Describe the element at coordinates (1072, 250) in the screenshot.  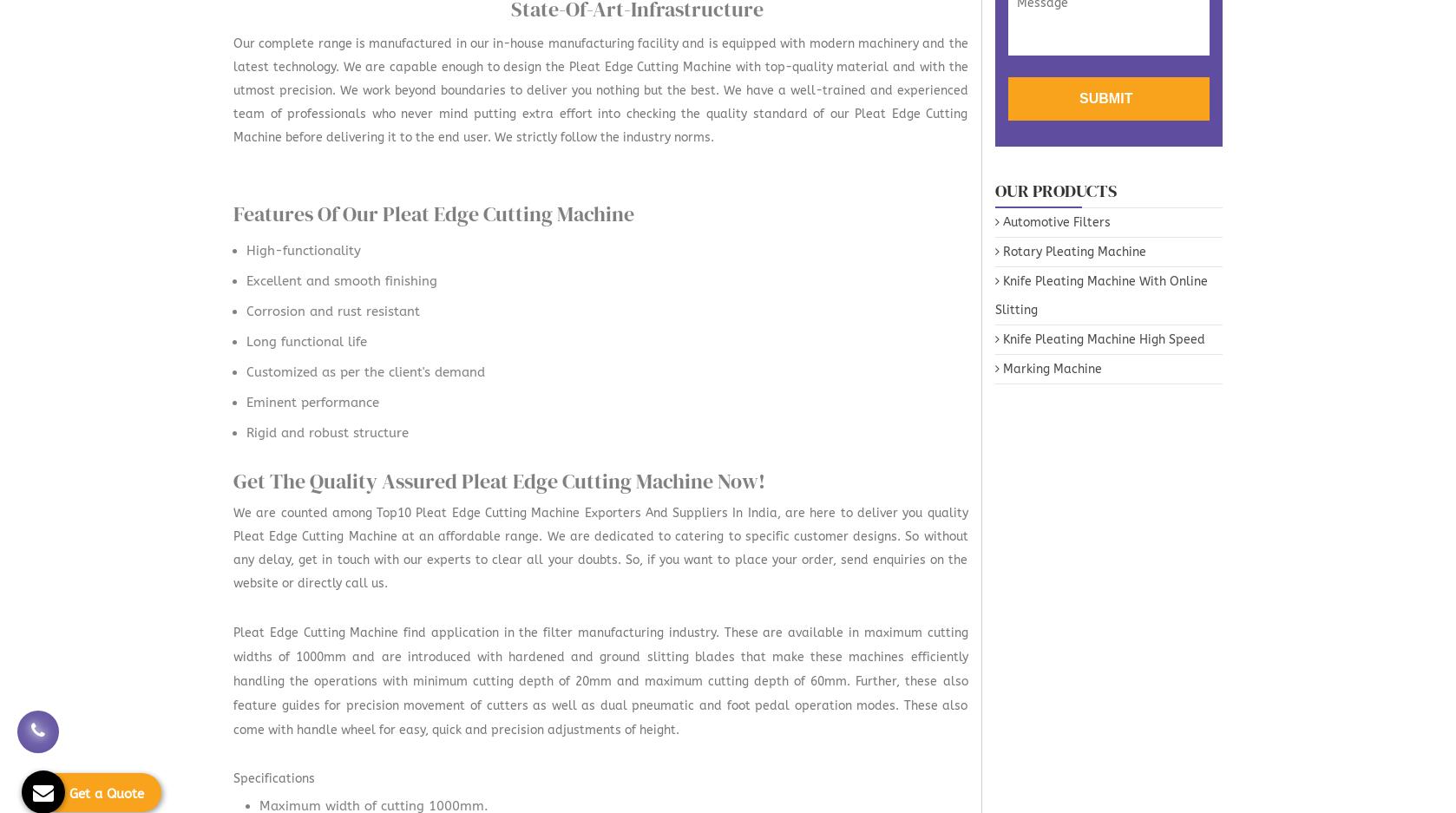
I see `'Rotary Pleating Machine'` at that location.